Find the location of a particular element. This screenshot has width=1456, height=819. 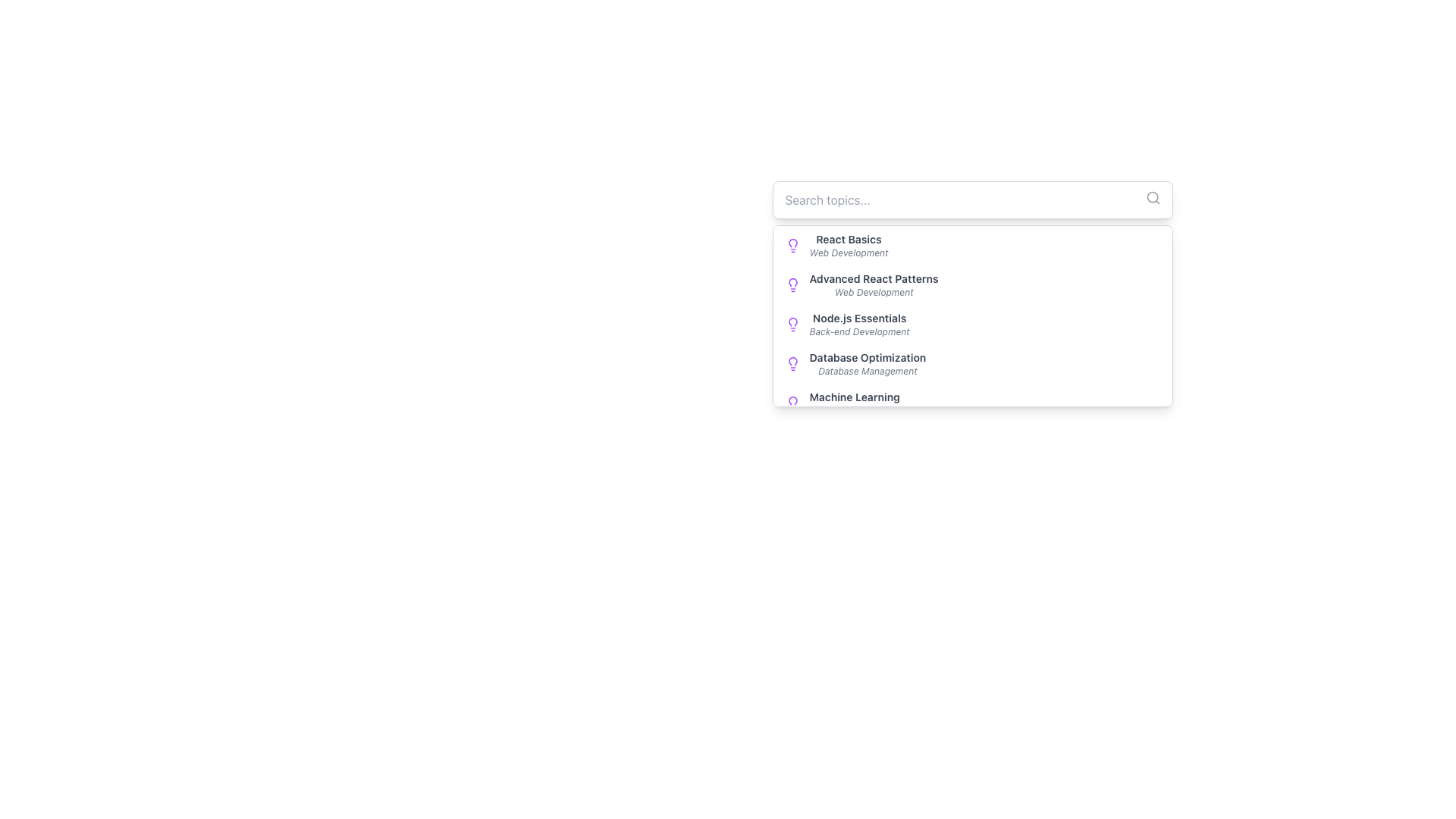

on the fourth list item labeled 'Database Optimization' is located at coordinates (868, 363).